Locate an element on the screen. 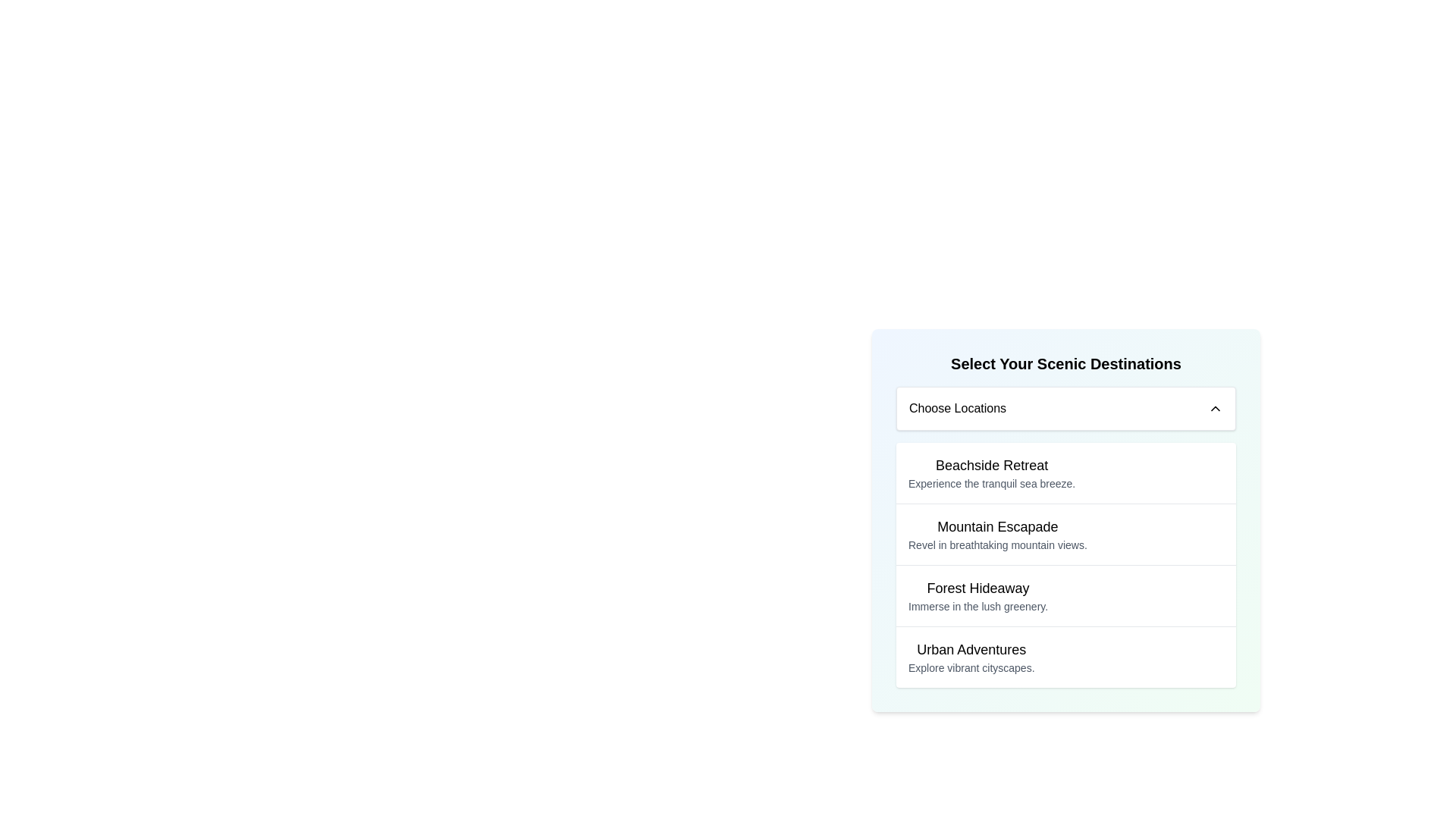 Image resolution: width=1456 pixels, height=819 pixels. the list item containing the text 'Mountain Escapade' is located at coordinates (997, 534).